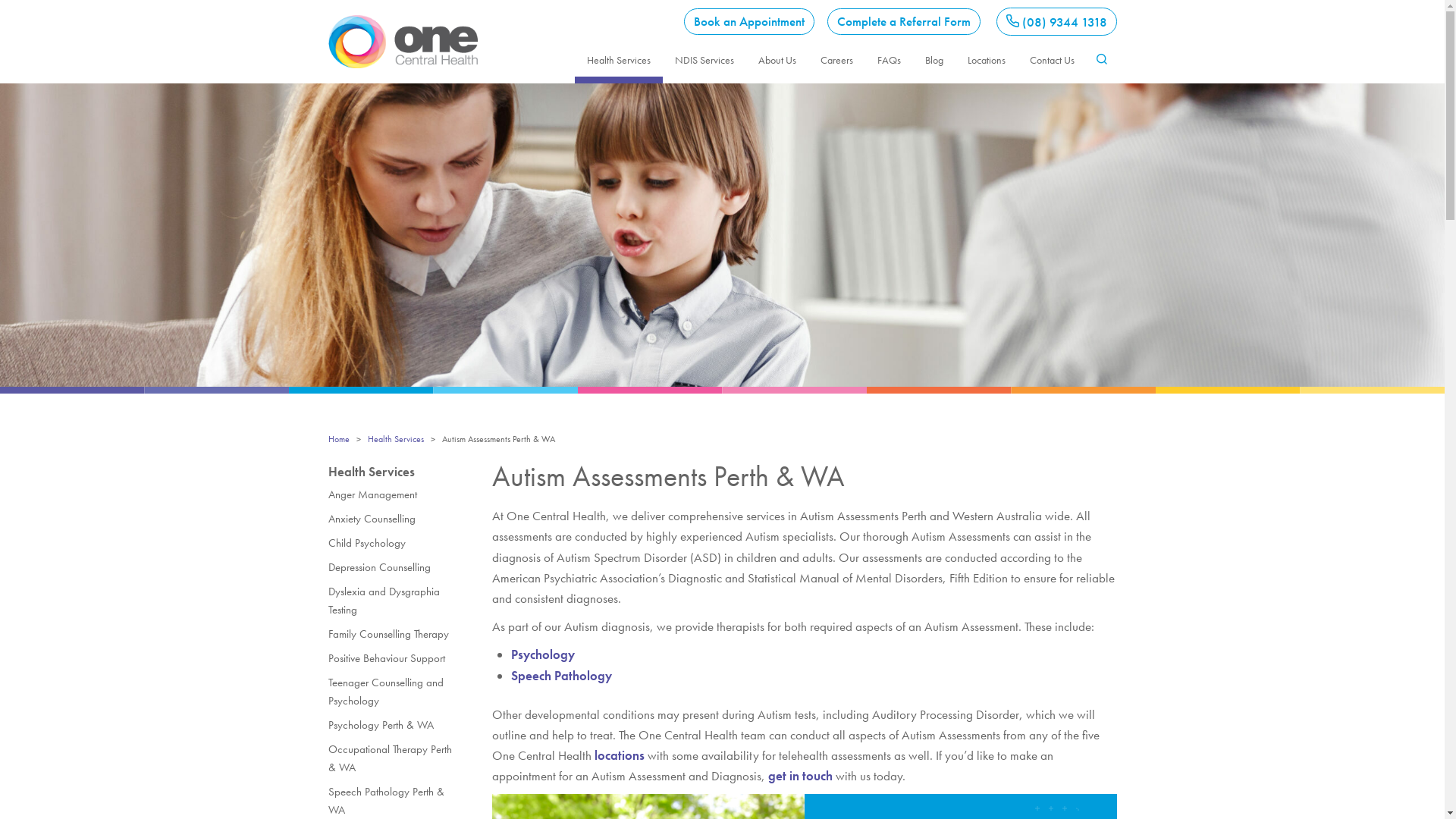  Describe the element at coordinates (394, 517) in the screenshot. I see `'Anxiety Counselling'` at that location.